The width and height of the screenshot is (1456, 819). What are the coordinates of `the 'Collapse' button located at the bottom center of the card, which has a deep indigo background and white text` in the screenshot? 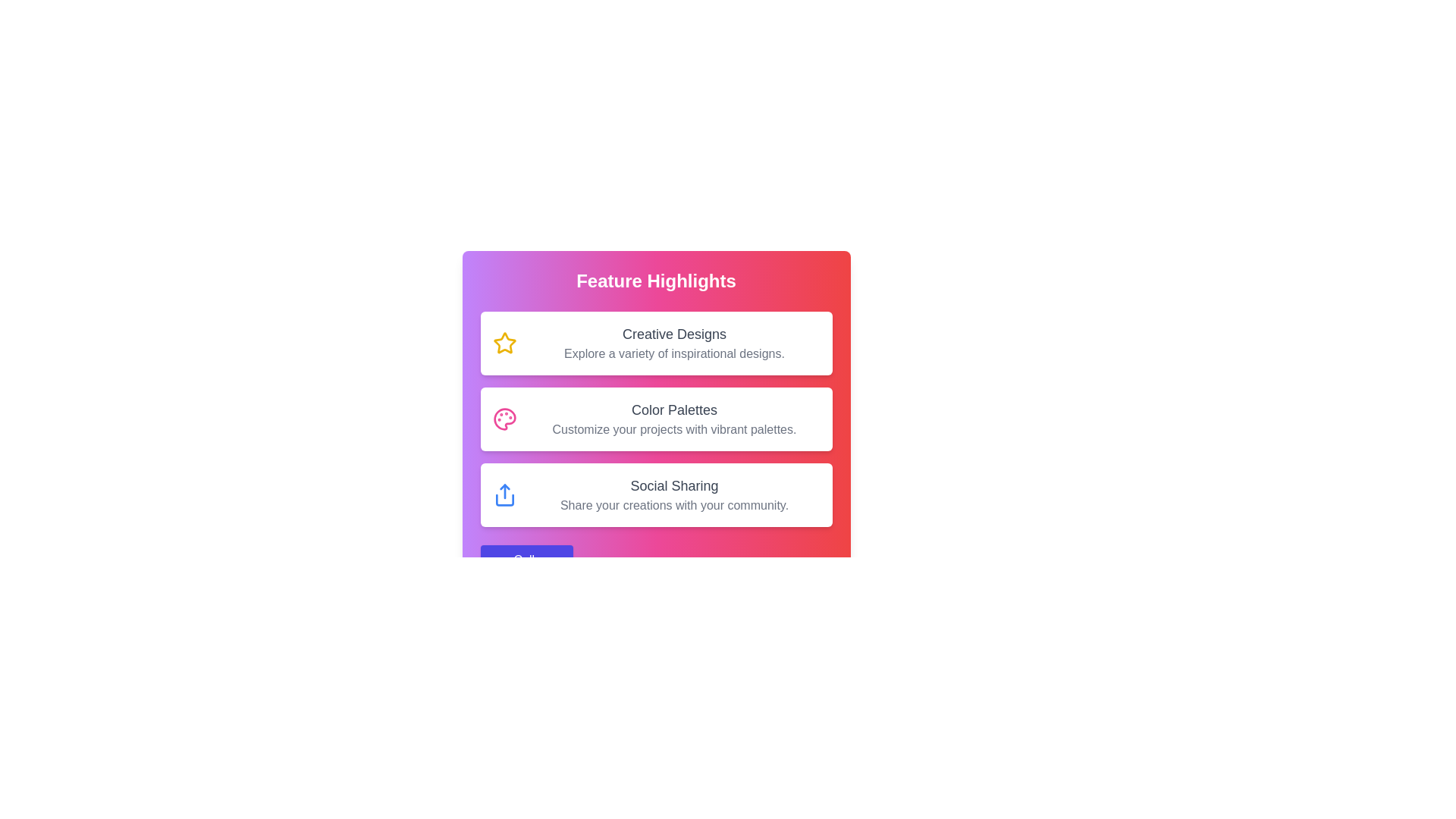 It's located at (656, 560).